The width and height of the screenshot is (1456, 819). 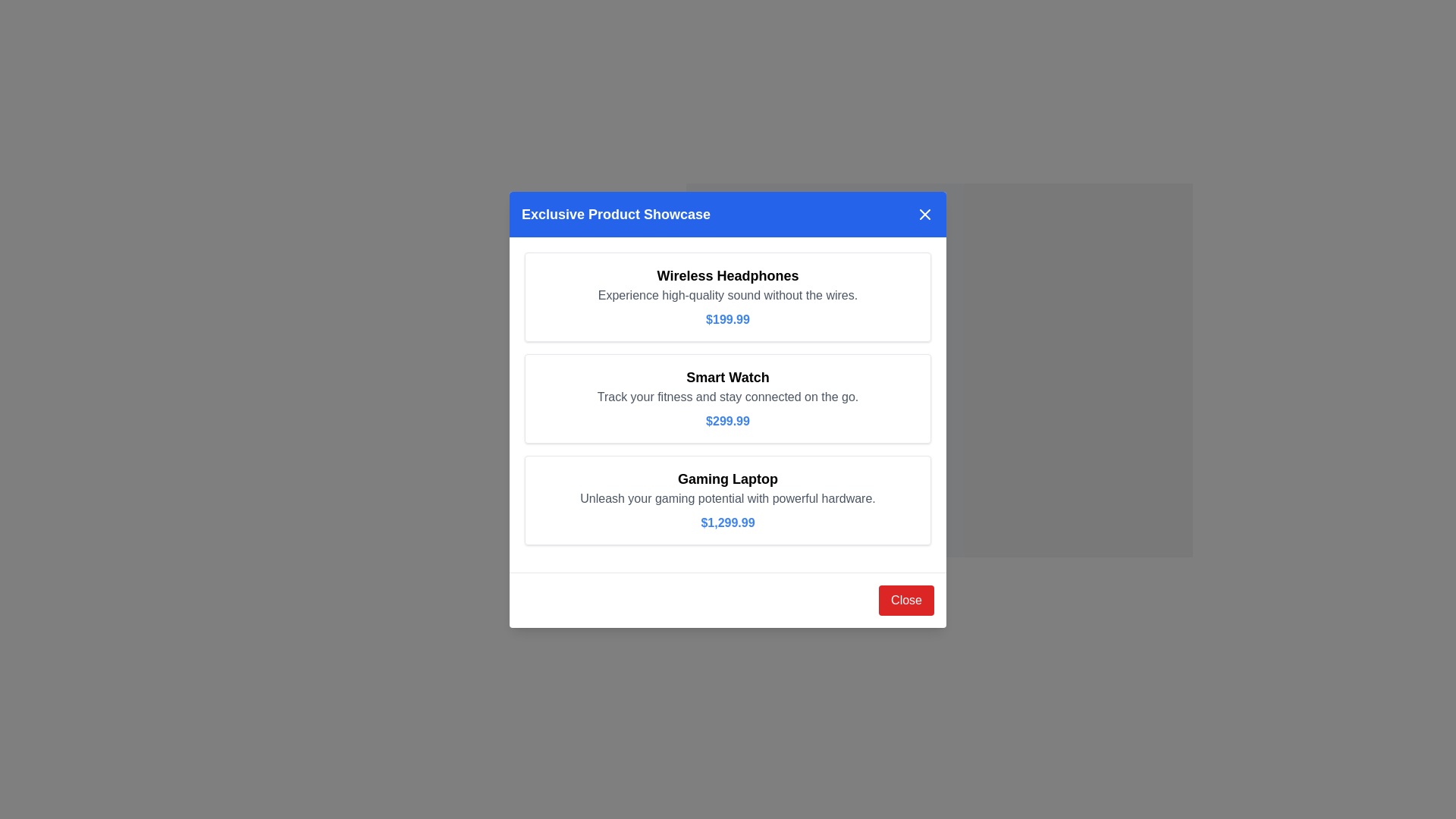 I want to click on the text label 'Exclusive Product Showcase' in the blue header of the modal dialog, which is styled with bold typography and larger font size, located to the left of the close button, so click(x=616, y=214).